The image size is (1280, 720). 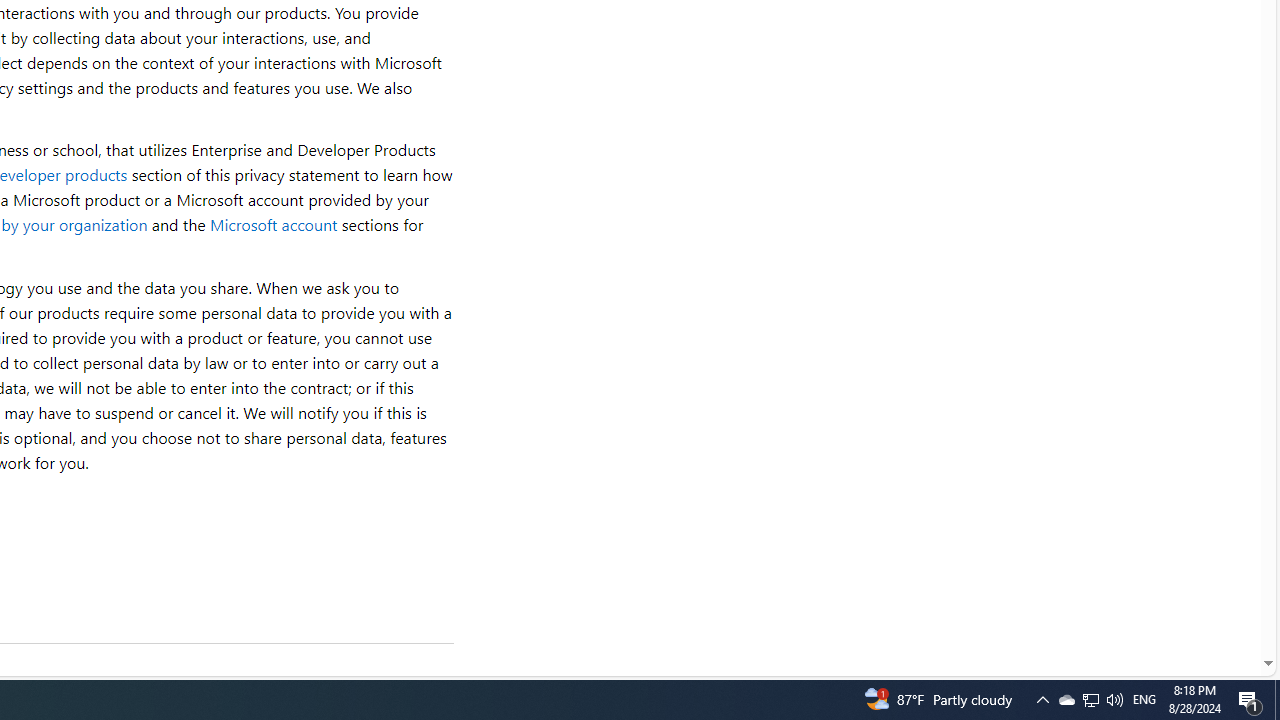 I want to click on 'Microsoft account', so click(x=272, y=225).